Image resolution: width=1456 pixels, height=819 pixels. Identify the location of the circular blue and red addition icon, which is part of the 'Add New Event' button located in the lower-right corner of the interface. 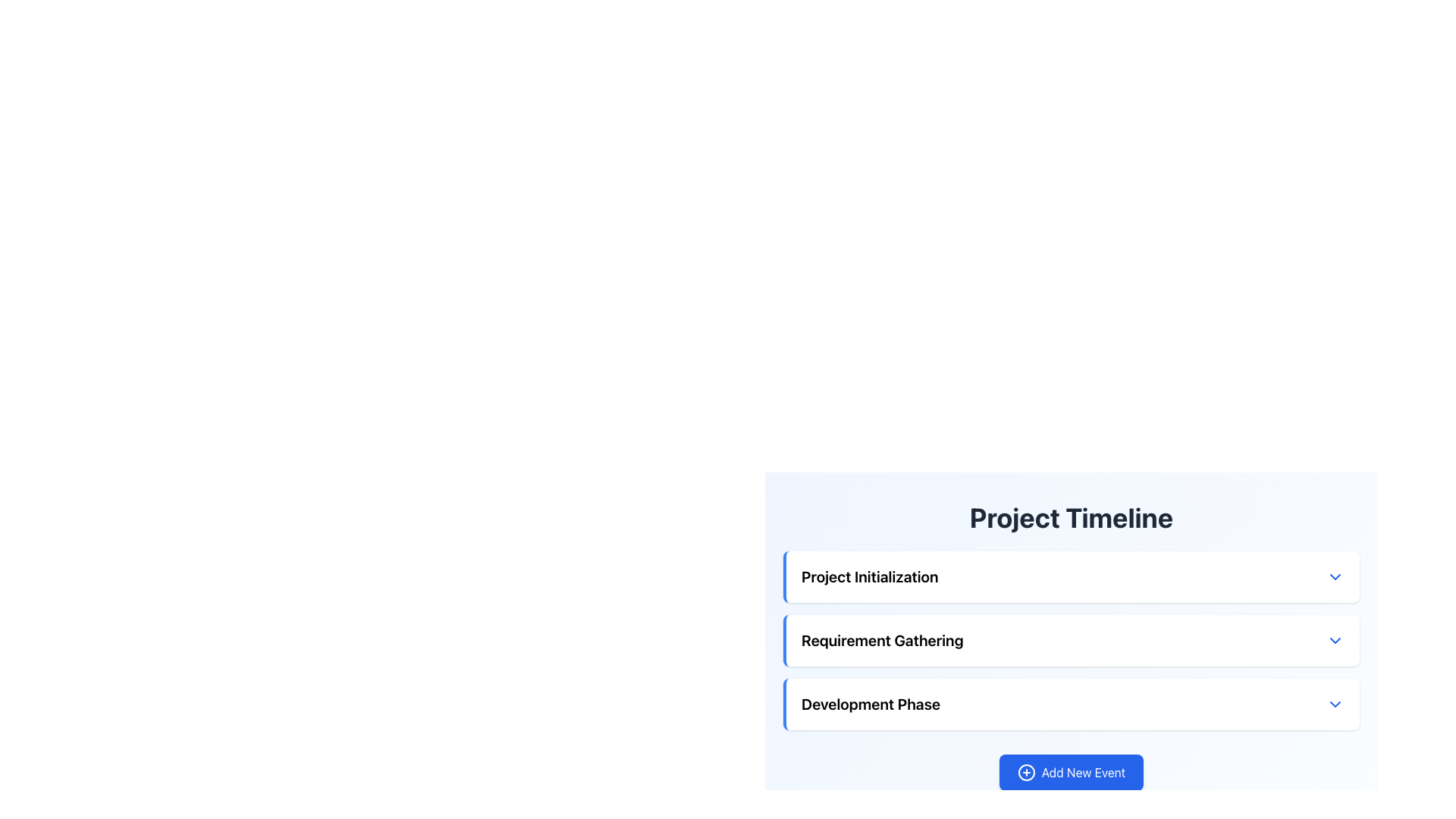
(1026, 772).